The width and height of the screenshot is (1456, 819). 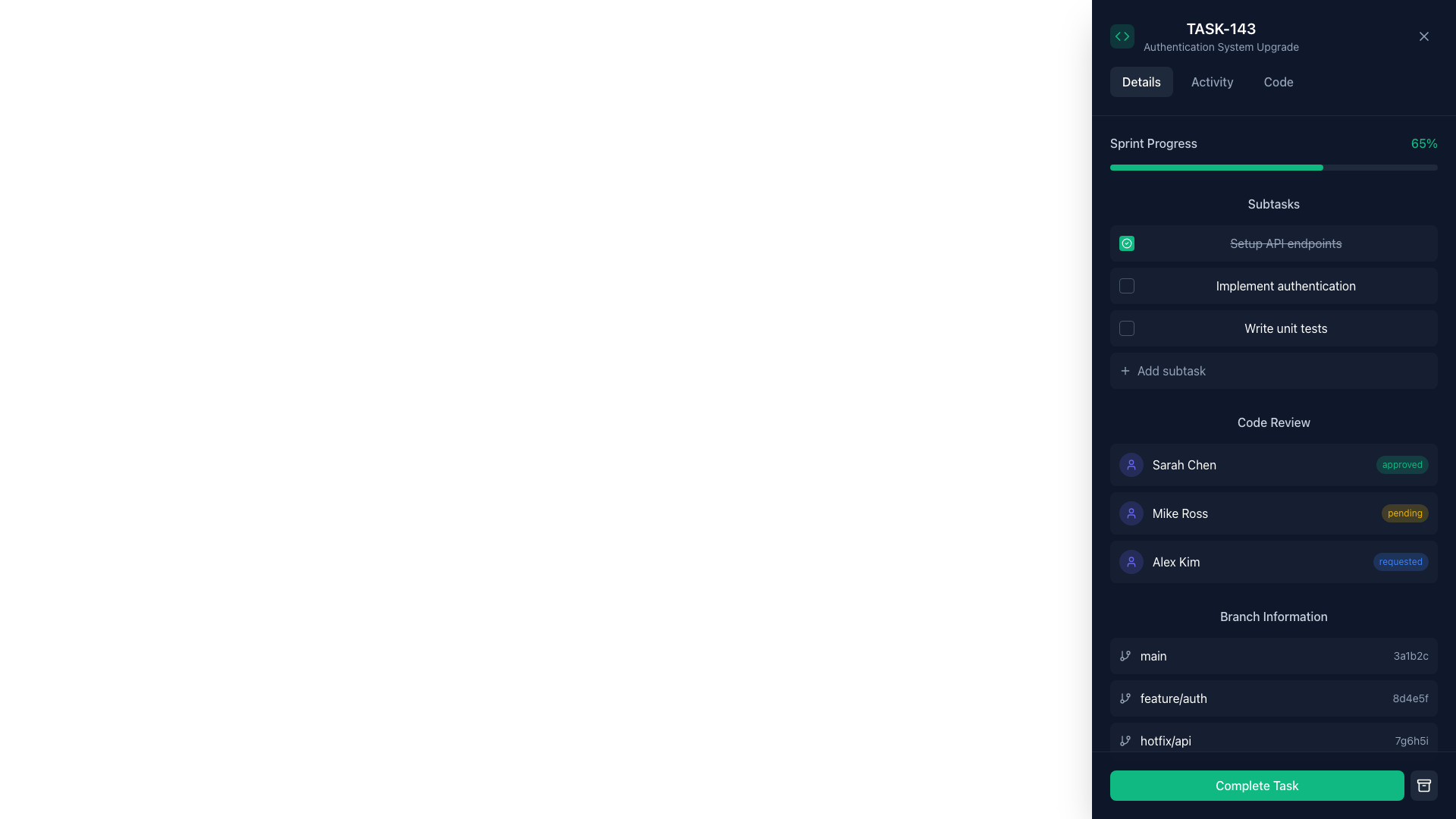 I want to click on the reviewer icon for 'Alex Kim' in the 'Code Review' section to visually identify the reviewer, so click(x=1131, y=513).